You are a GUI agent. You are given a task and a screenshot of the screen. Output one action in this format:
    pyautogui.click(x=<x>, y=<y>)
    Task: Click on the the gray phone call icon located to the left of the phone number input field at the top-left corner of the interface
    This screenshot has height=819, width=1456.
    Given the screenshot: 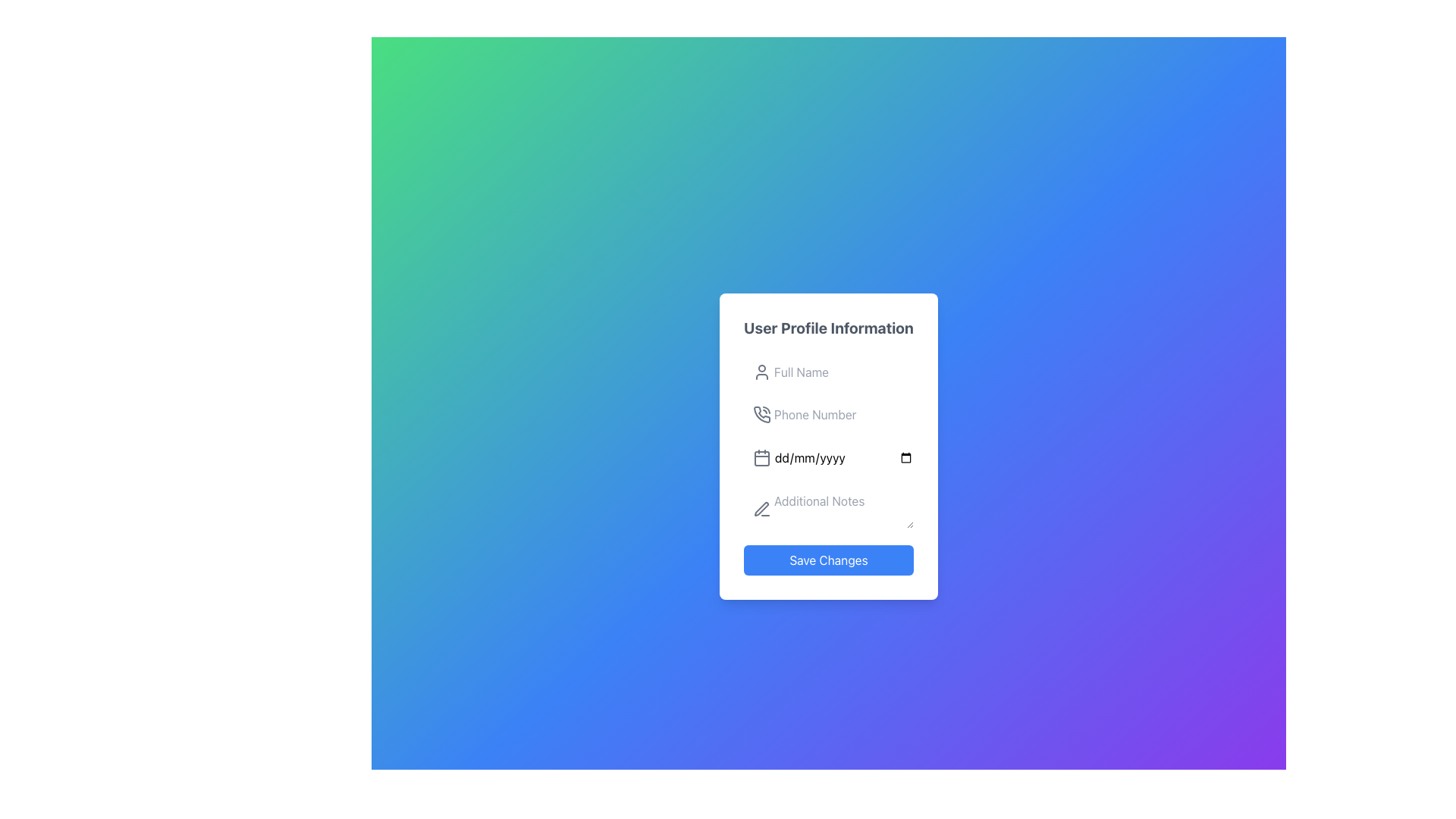 What is the action you would take?
    pyautogui.click(x=761, y=415)
    